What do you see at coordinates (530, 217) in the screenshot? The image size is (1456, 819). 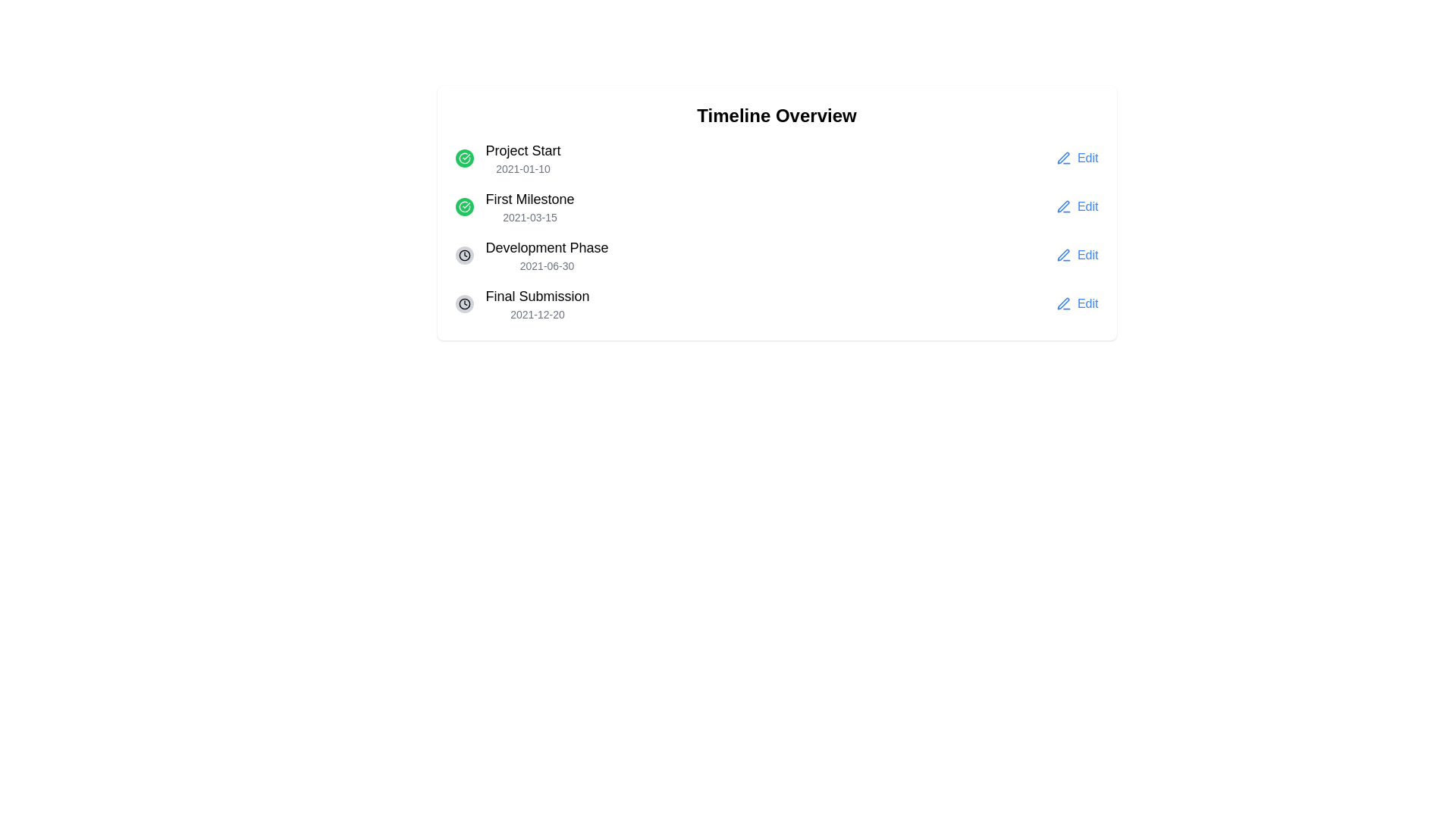 I see `the static text displaying the date associated with 'First Milestone', located beneath the title in the timeline overview list` at bounding box center [530, 217].